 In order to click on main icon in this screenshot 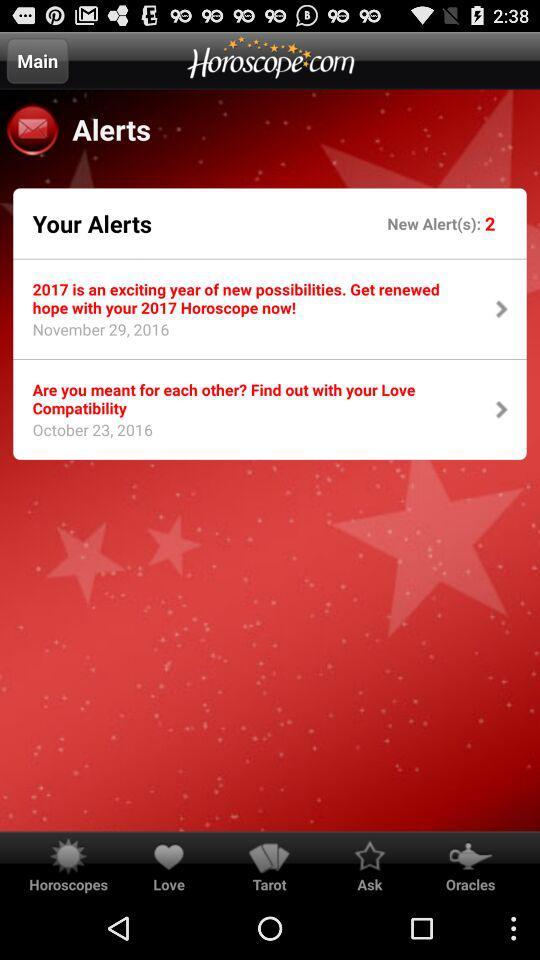, I will do `click(37, 59)`.